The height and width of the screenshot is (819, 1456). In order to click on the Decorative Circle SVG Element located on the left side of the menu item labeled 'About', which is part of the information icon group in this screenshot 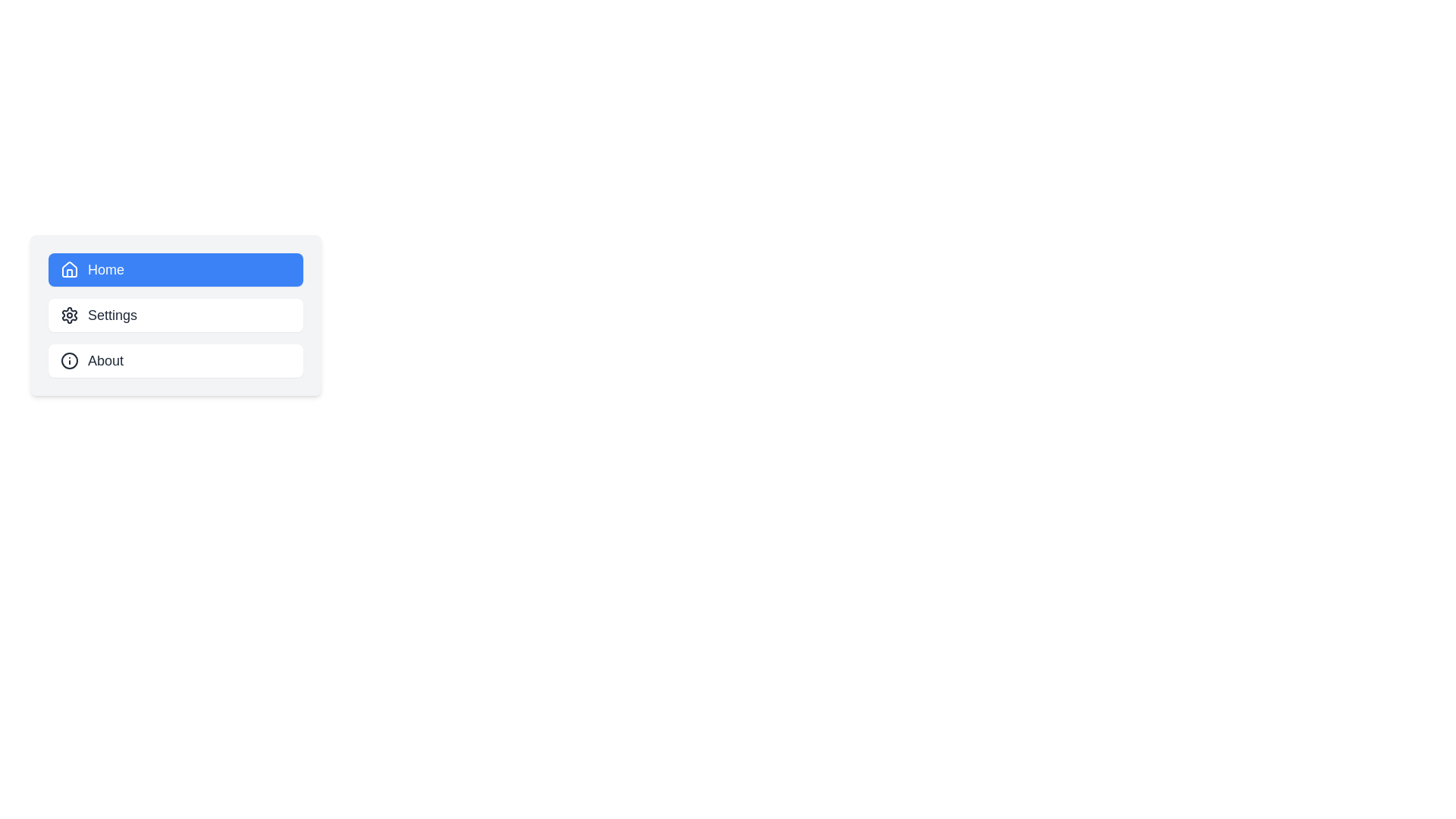, I will do `click(68, 360)`.